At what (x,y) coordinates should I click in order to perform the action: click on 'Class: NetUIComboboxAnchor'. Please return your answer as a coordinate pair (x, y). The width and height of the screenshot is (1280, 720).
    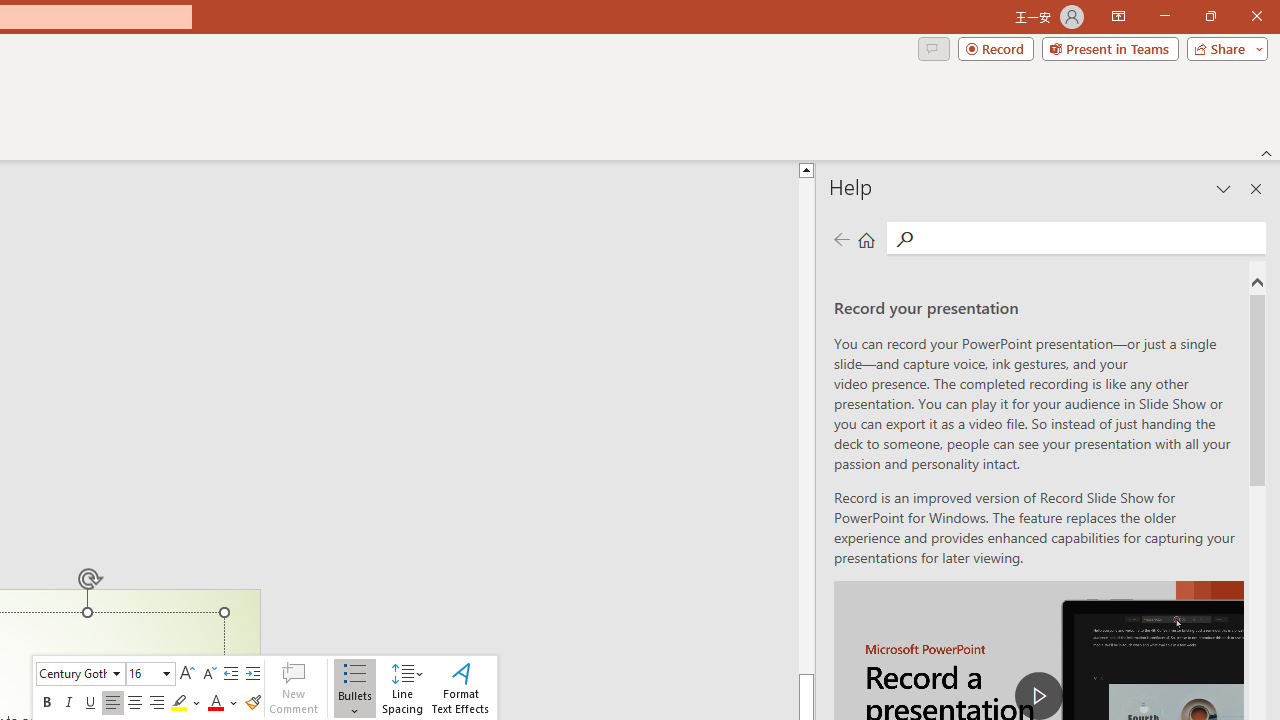
    Looking at the image, I should click on (150, 673).